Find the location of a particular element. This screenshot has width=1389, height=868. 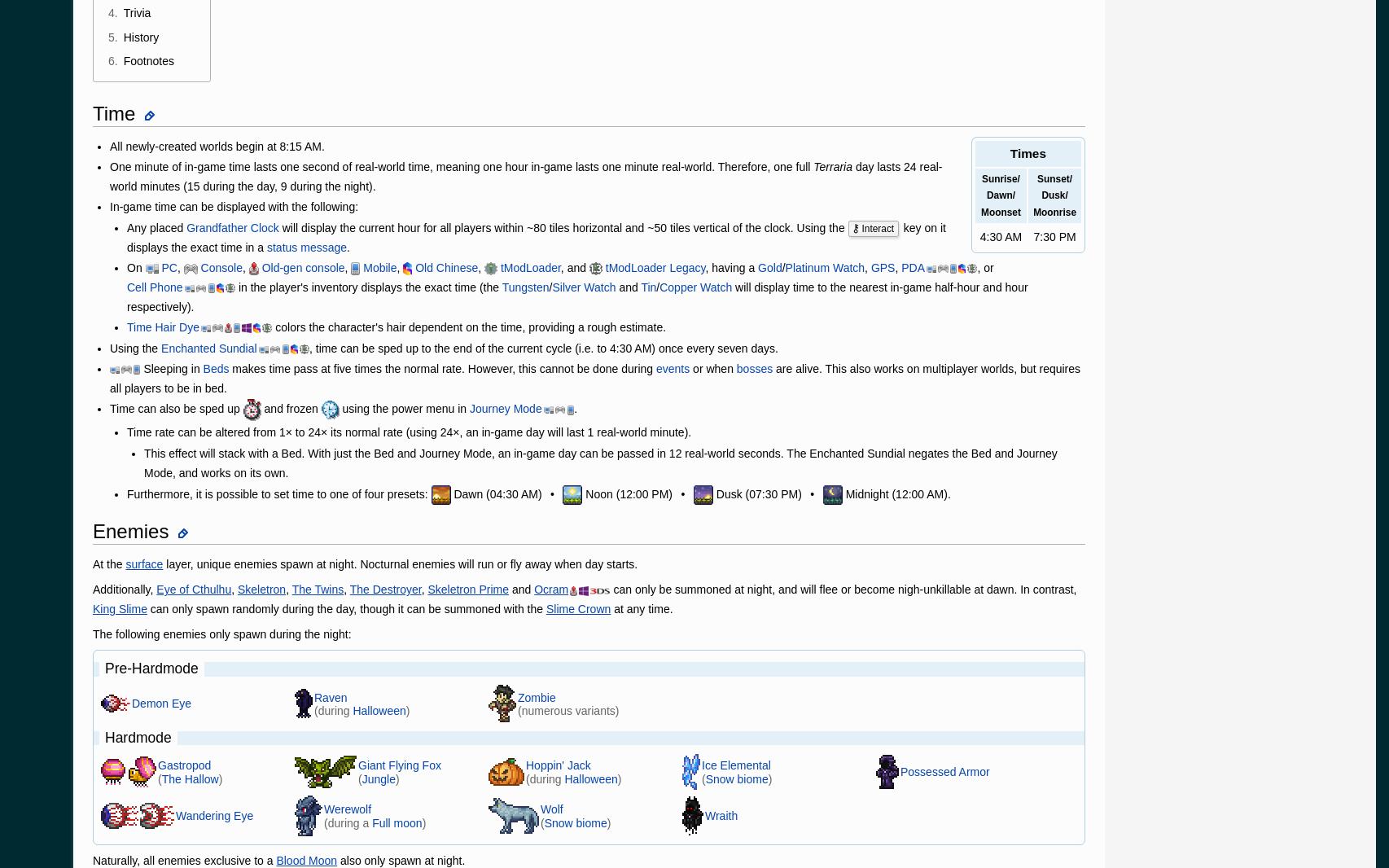

'Deutsch' is located at coordinates (176, 20).